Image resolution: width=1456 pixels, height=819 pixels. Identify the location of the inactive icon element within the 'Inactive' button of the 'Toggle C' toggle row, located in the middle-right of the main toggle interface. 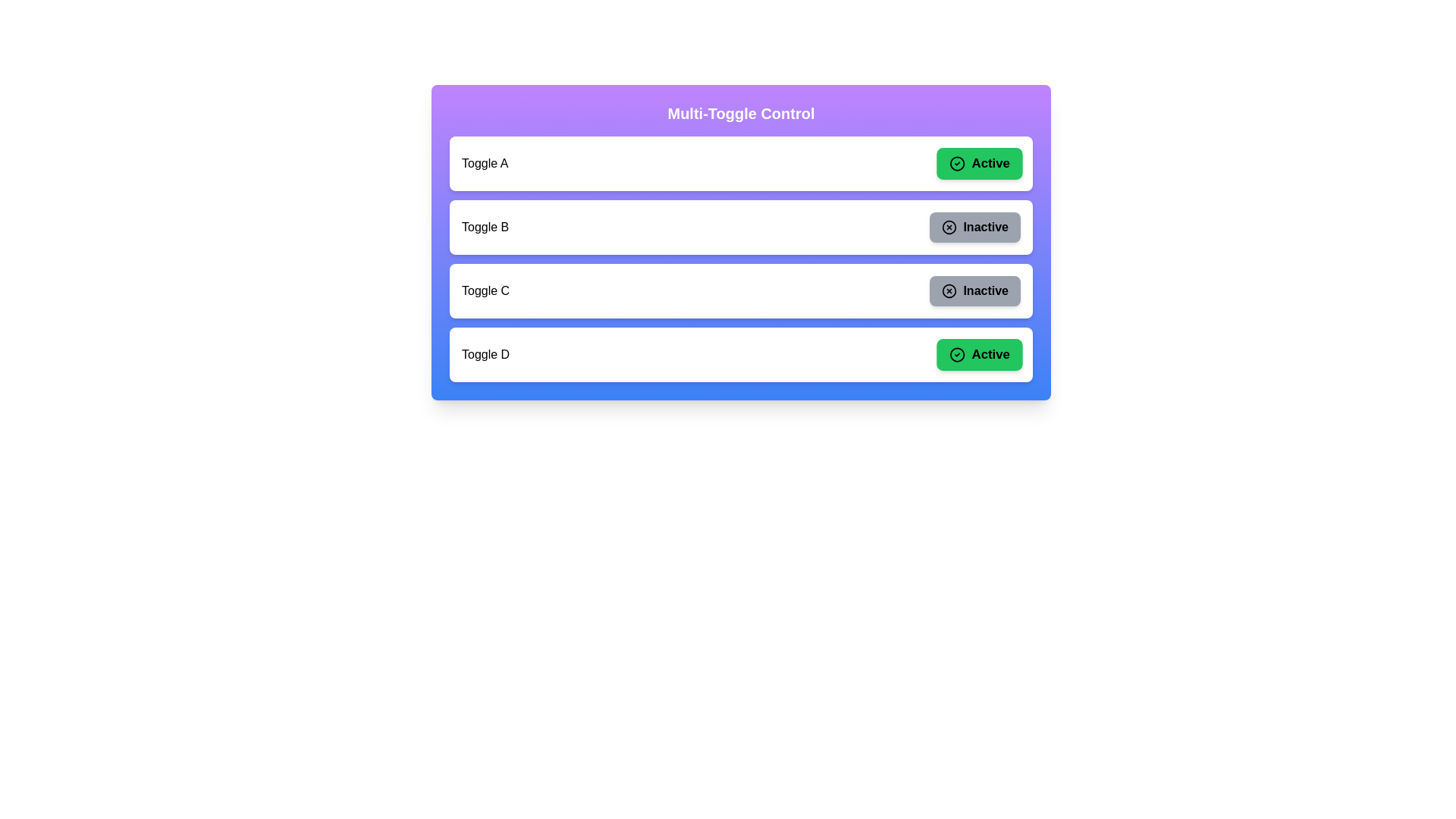
(949, 291).